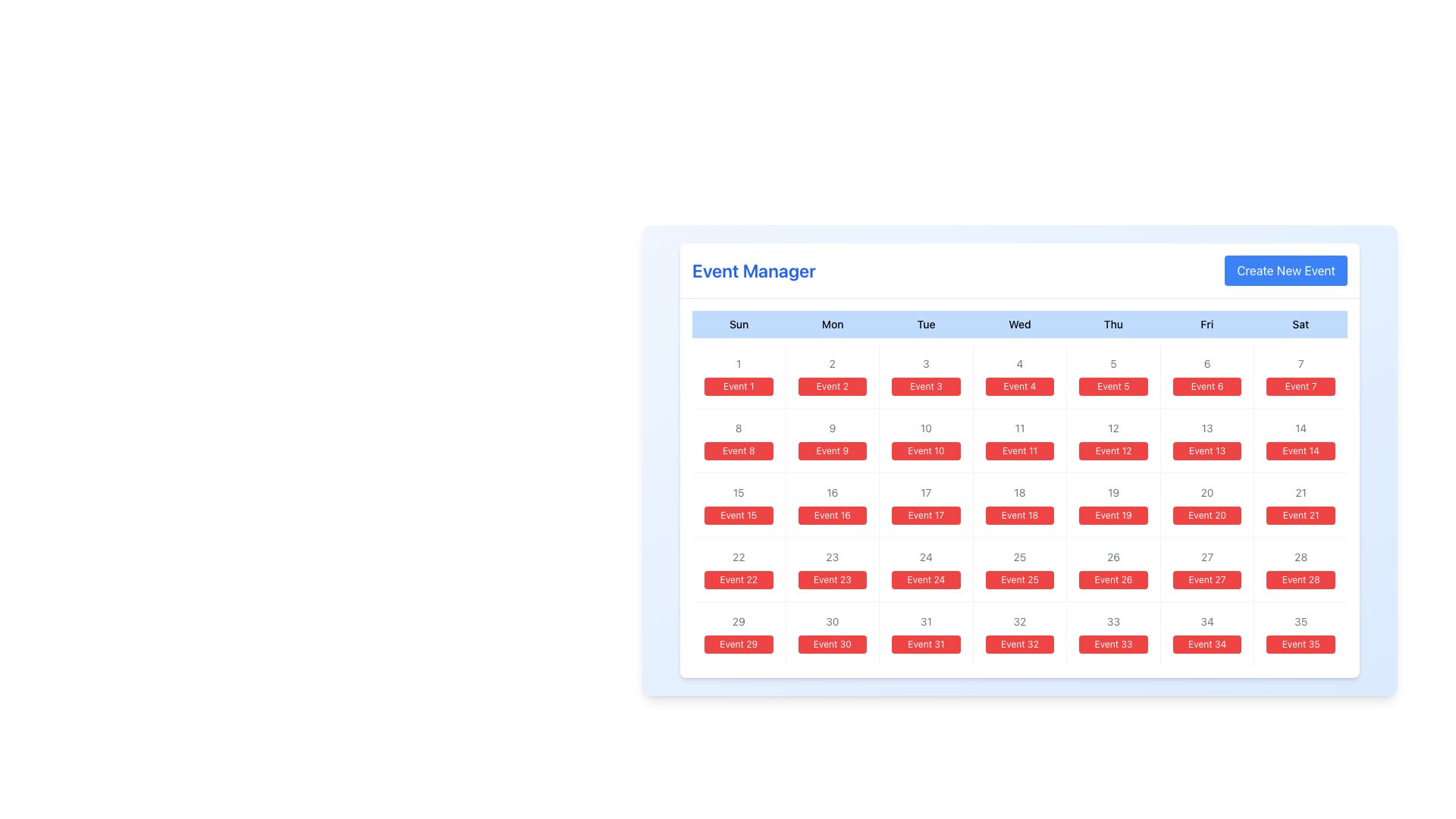 The height and width of the screenshot is (819, 1456). Describe the element at coordinates (1019, 644) in the screenshot. I see `text displayed on the red rectangular button labeled 'Event 32', which is located in the last row and fifth column of the grid, below the label '32'` at that location.